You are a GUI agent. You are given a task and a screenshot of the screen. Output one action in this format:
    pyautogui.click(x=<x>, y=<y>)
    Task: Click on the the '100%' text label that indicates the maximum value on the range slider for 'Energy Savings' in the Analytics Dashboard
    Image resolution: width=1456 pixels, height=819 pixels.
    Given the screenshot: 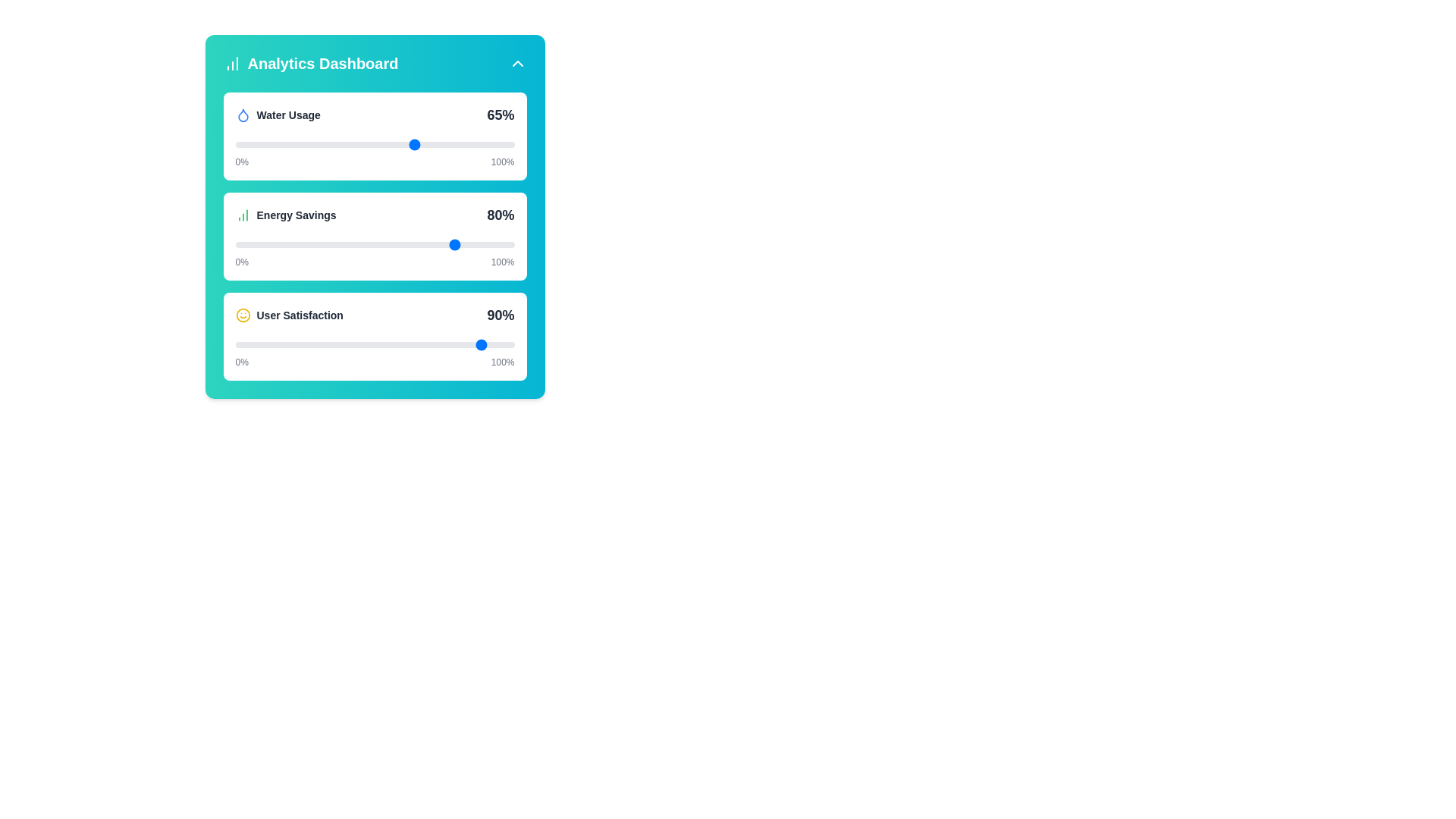 What is the action you would take?
    pyautogui.click(x=503, y=262)
    